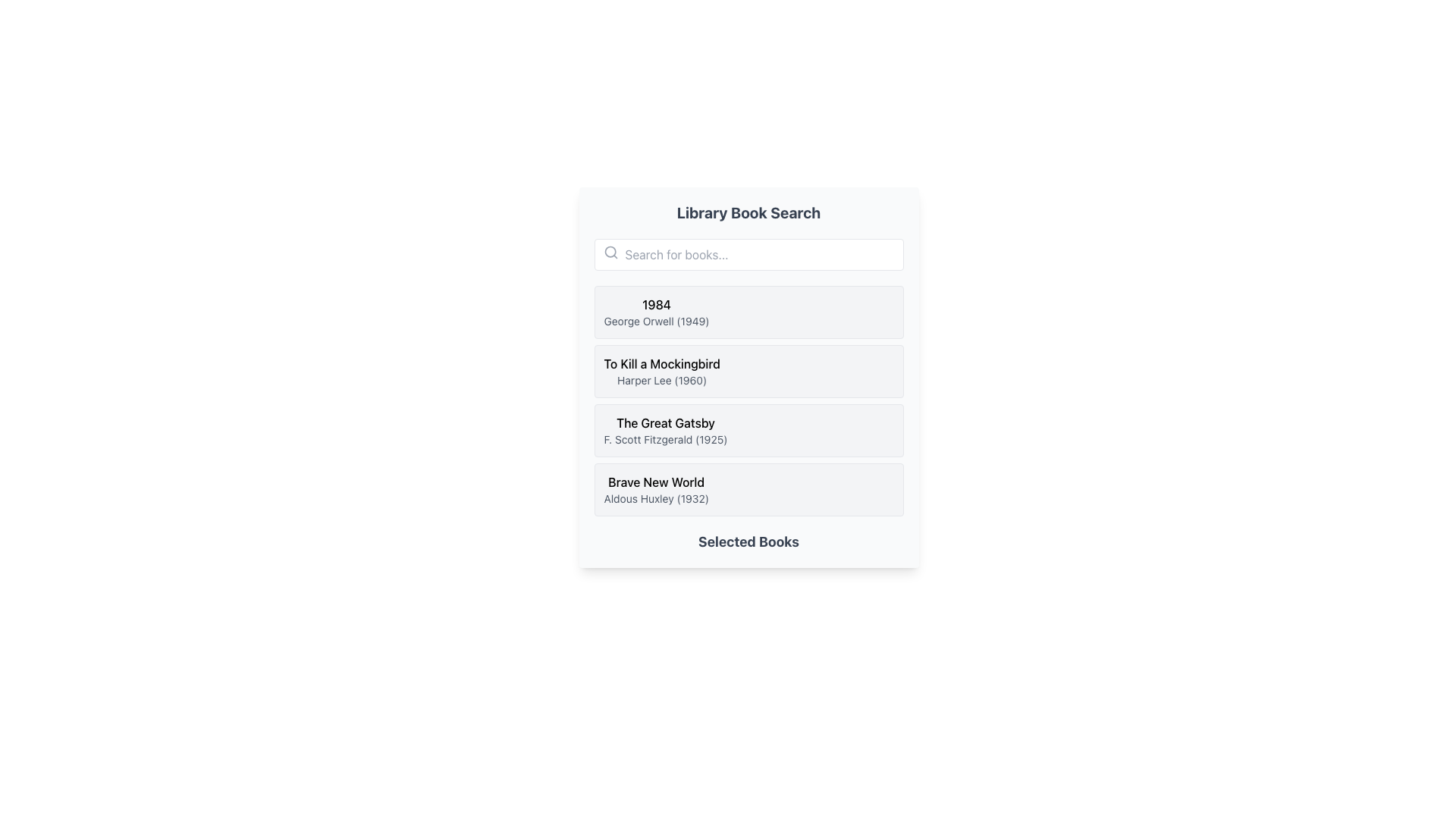 The width and height of the screenshot is (1456, 819). Describe the element at coordinates (748, 312) in the screenshot. I see `the first list item titled '1984' by George Orwell` at that location.